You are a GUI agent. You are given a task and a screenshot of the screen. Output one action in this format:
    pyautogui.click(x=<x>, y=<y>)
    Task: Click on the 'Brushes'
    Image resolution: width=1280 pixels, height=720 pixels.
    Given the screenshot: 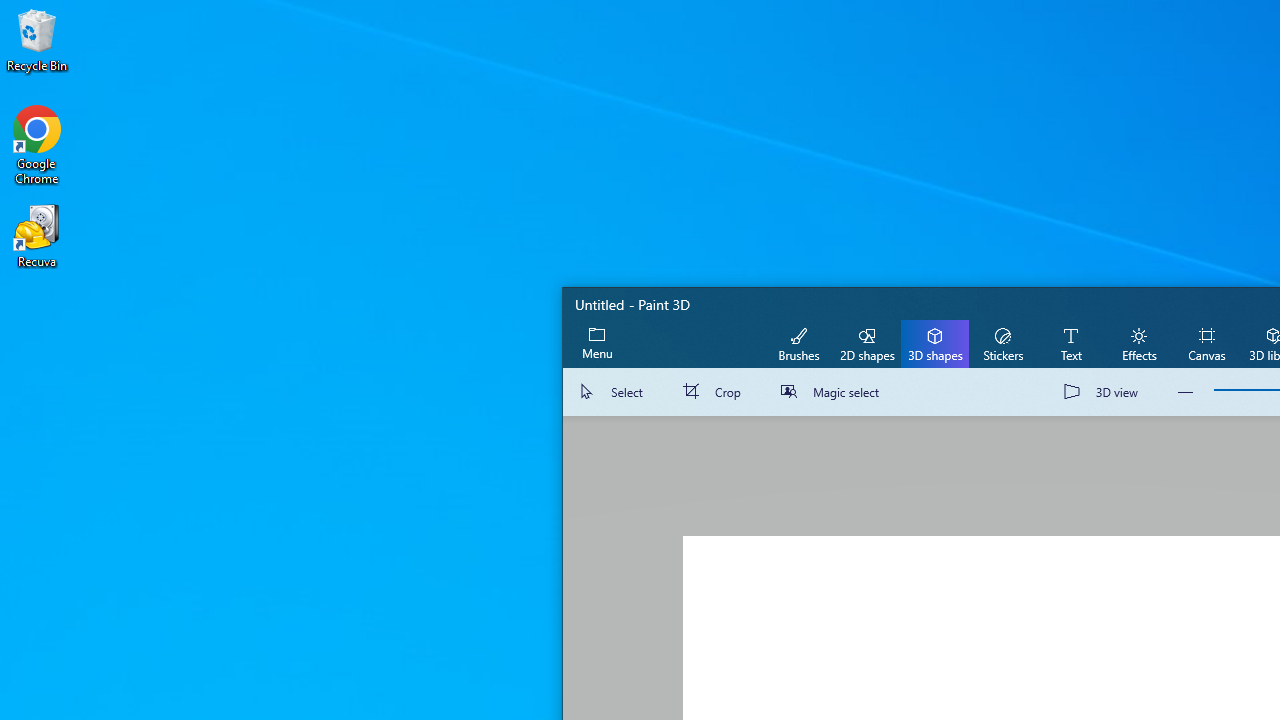 What is the action you would take?
    pyautogui.click(x=798, y=342)
    